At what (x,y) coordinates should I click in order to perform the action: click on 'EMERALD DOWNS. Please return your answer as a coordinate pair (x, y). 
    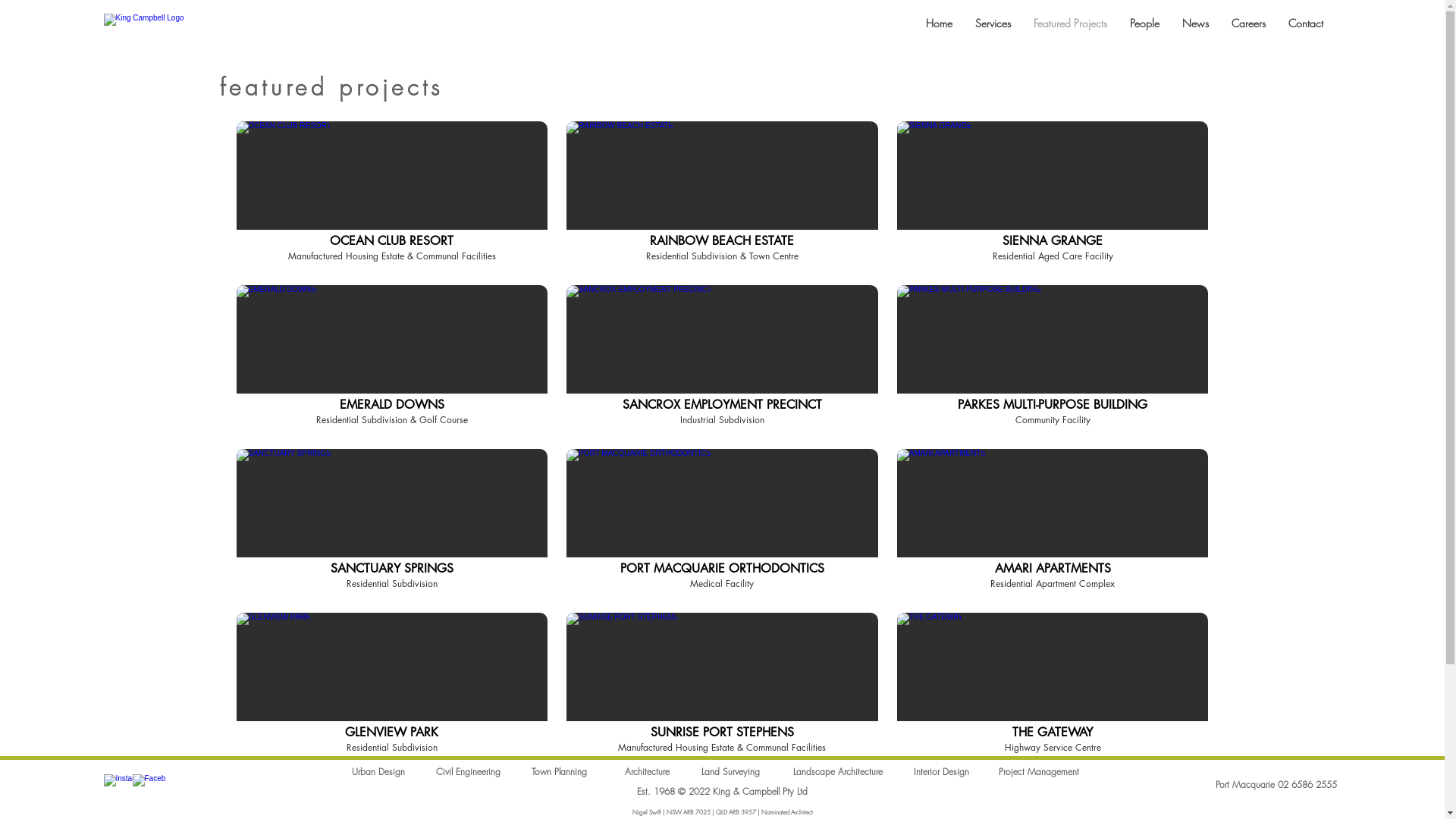
    Looking at the image, I should click on (392, 357).